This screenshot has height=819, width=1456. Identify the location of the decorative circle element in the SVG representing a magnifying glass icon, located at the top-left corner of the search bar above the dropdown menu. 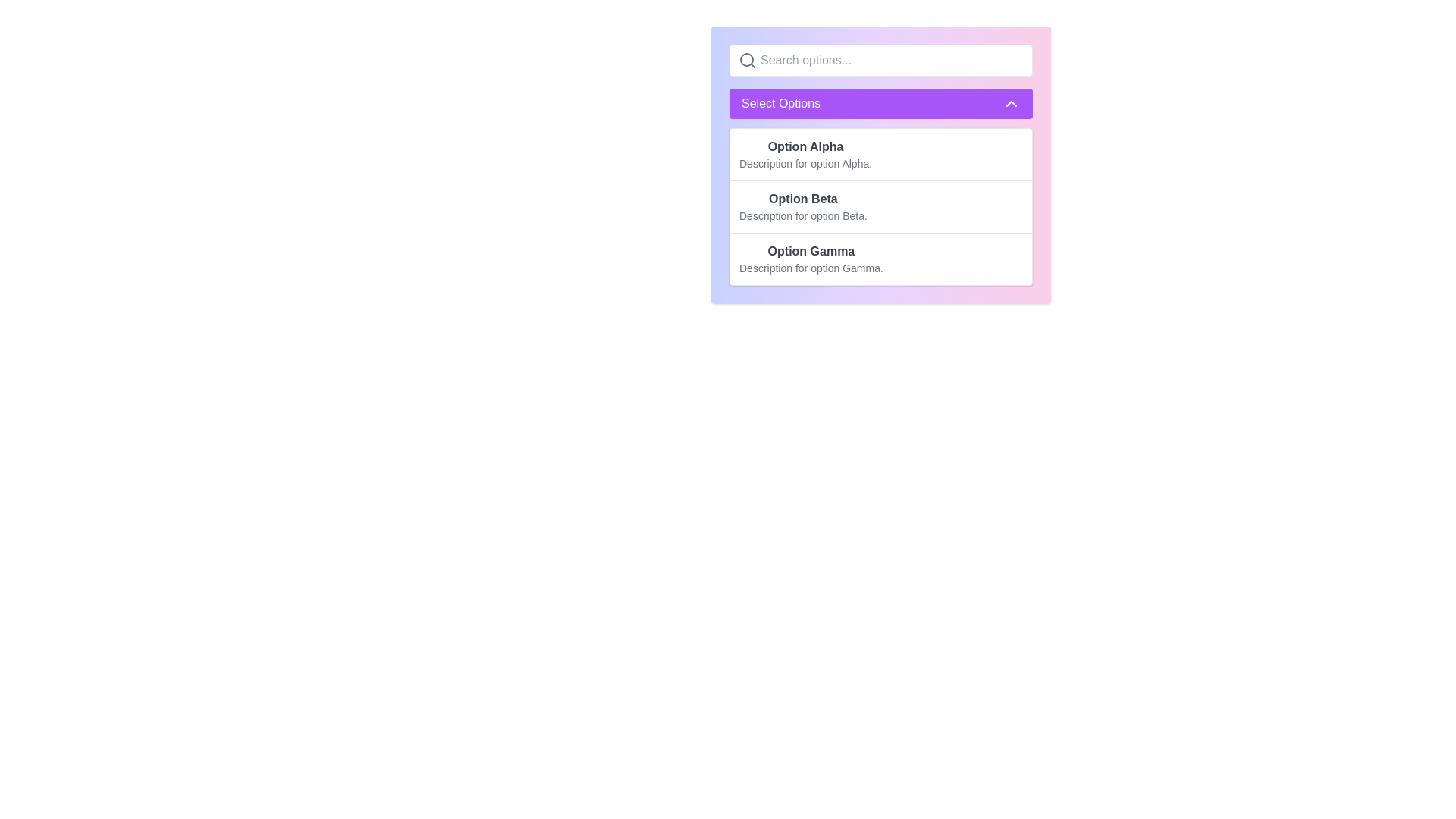
(746, 58).